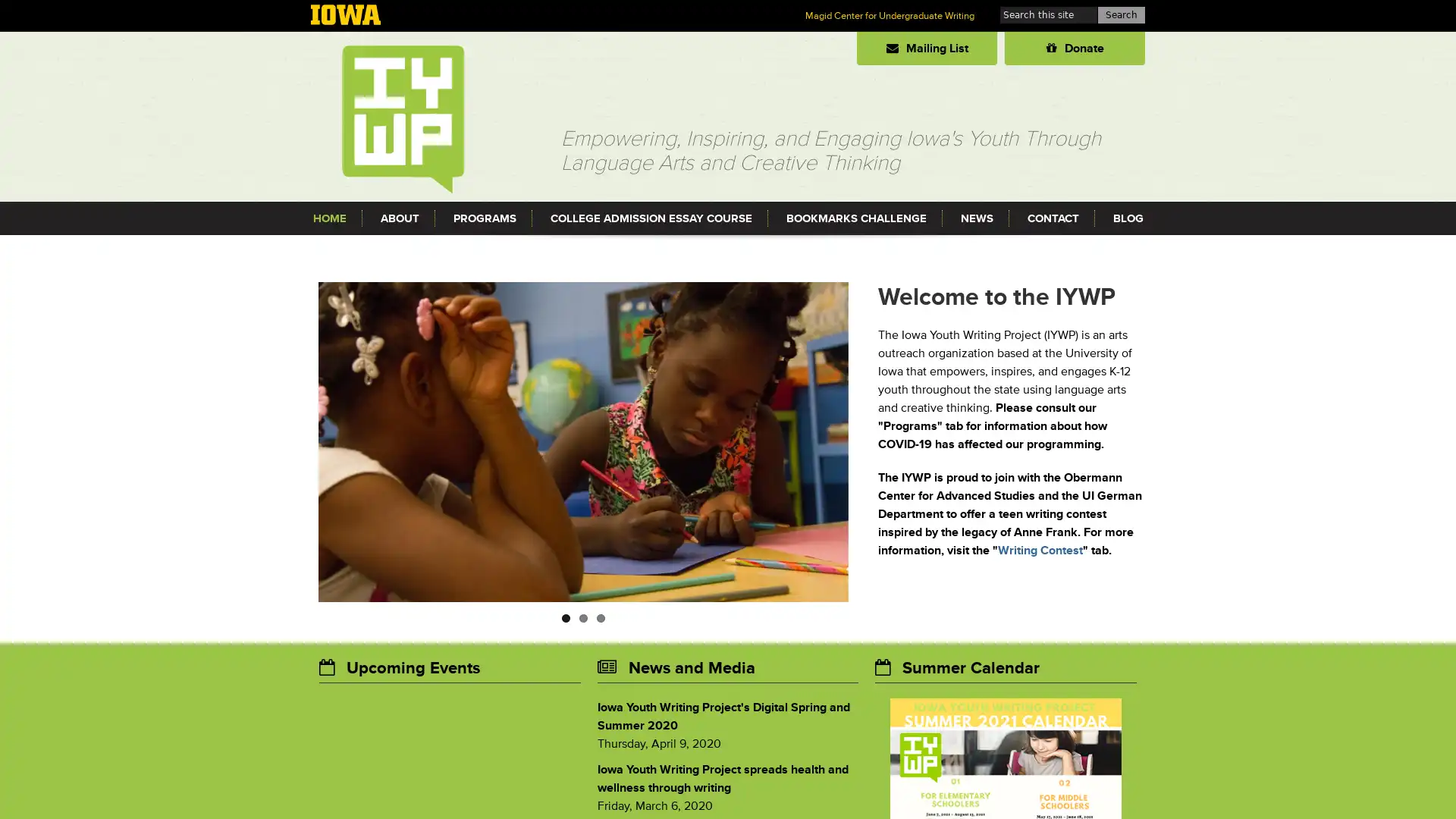 The width and height of the screenshot is (1456, 819). I want to click on Search, so click(1121, 14).